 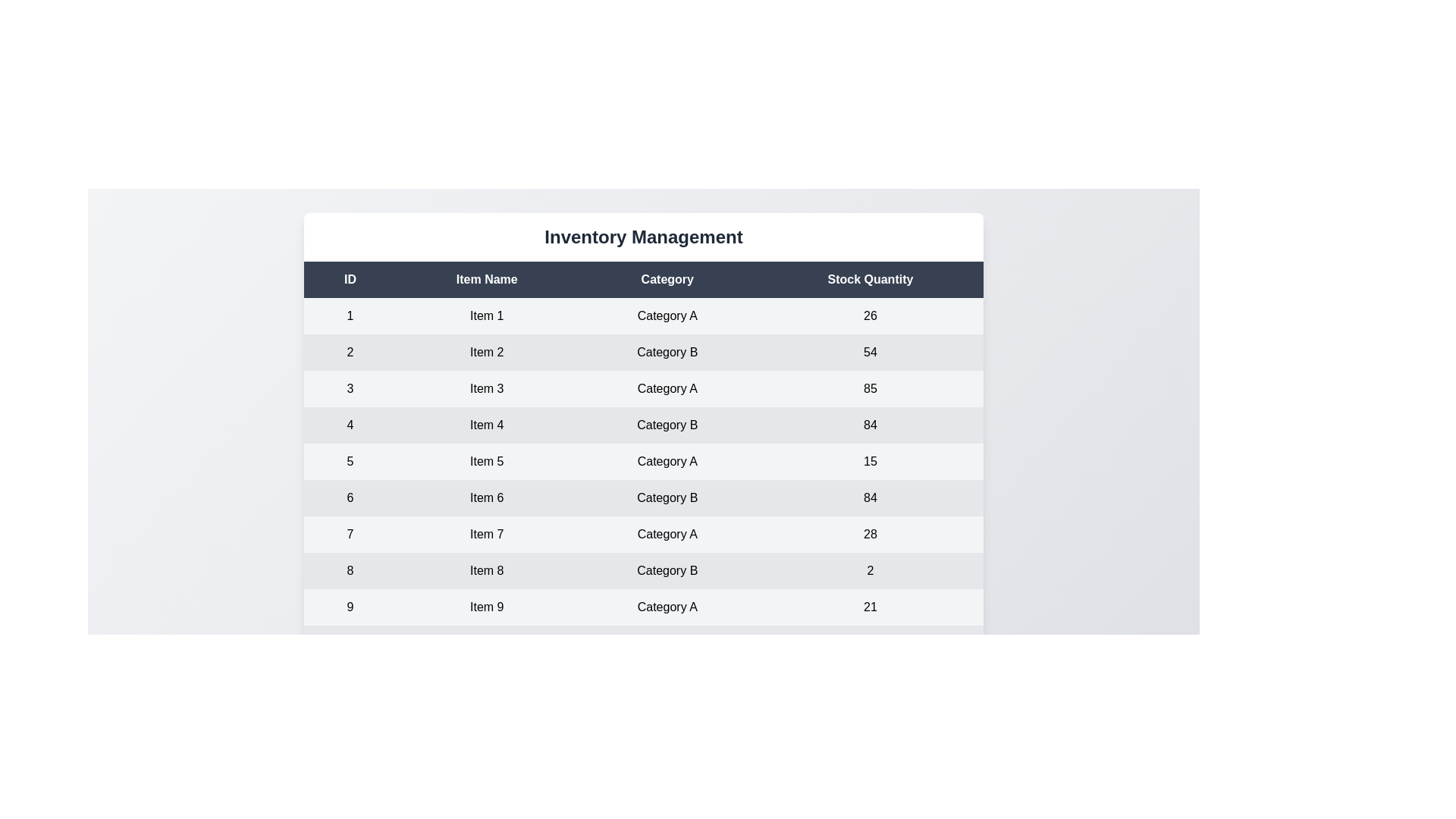 What do you see at coordinates (487, 280) in the screenshot?
I see `the header Item Name in the table` at bounding box center [487, 280].